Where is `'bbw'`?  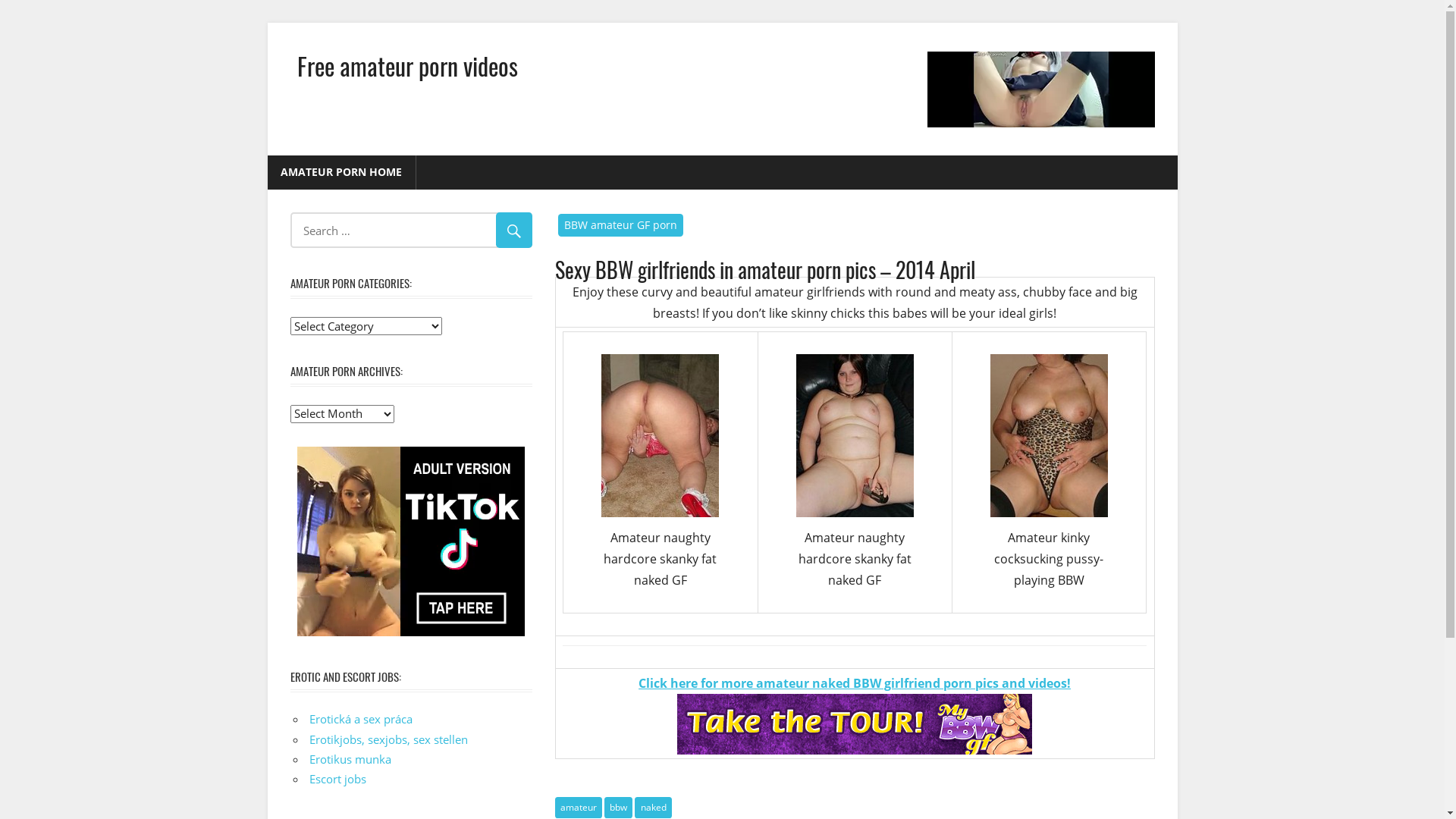
'bbw' is located at coordinates (618, 806).